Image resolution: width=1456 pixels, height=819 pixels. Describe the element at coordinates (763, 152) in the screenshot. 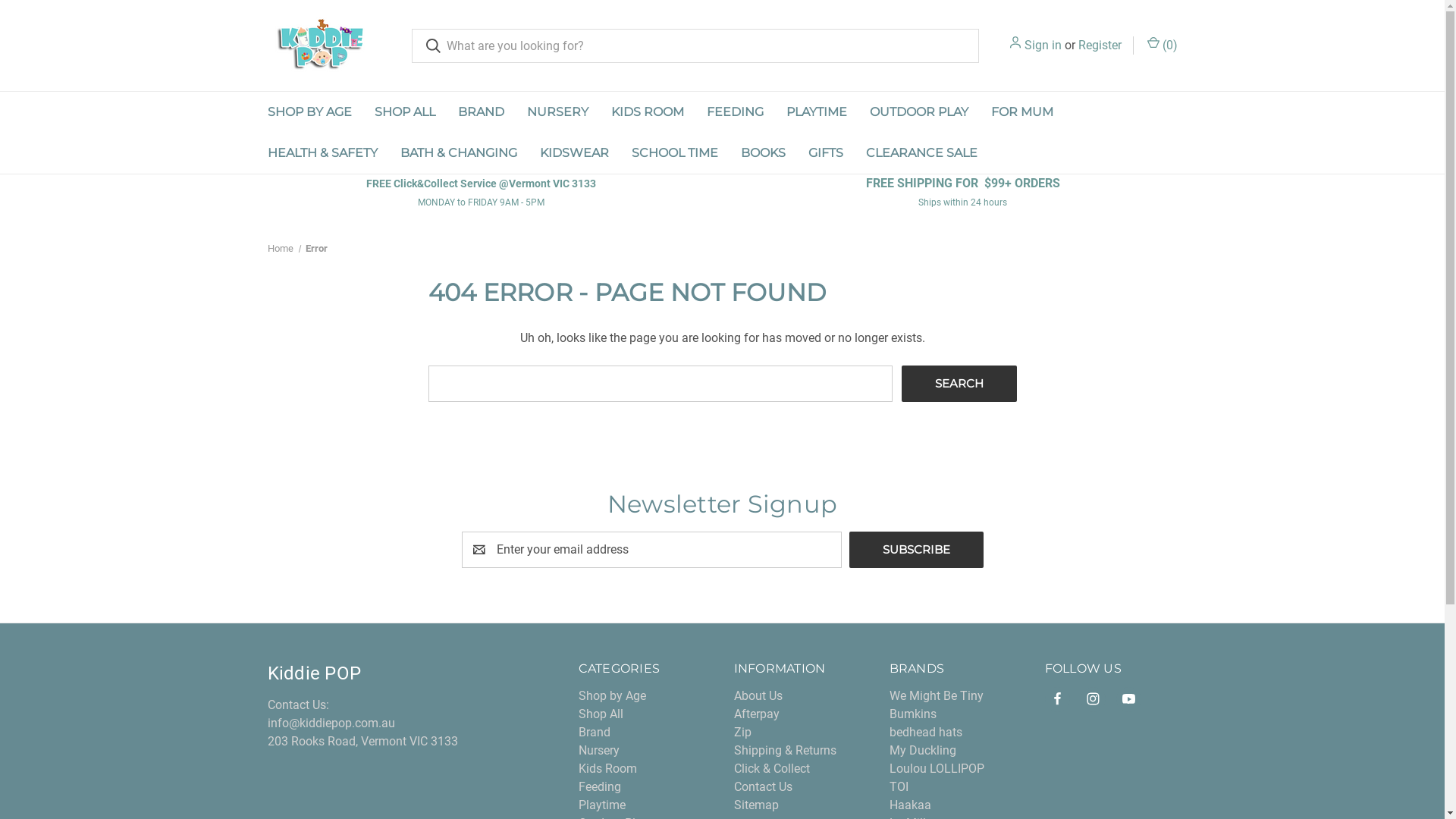

I see `'BOOKS'` at that location.